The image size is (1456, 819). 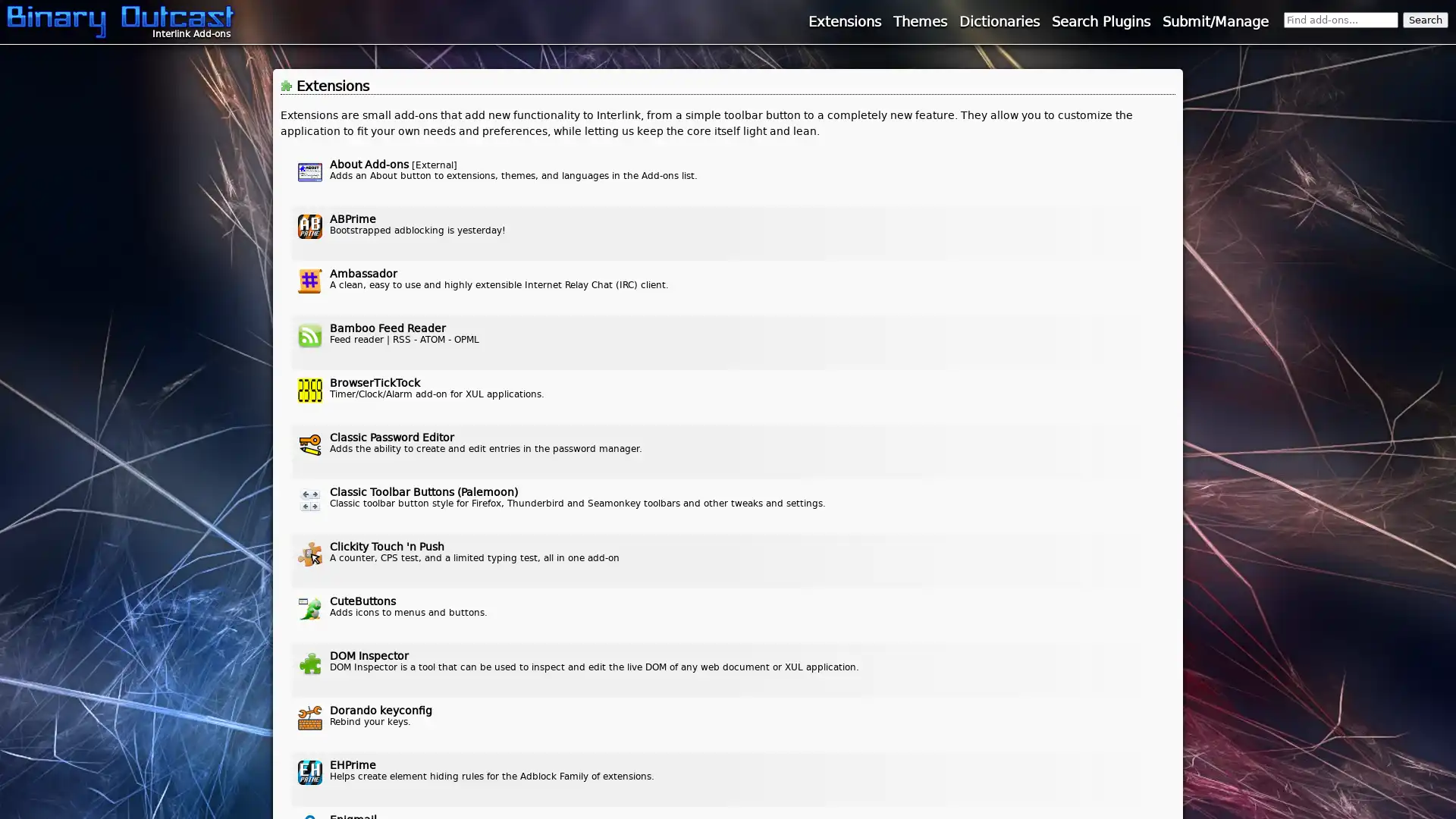 I want to click on Search, so click(x=1425, y=20).